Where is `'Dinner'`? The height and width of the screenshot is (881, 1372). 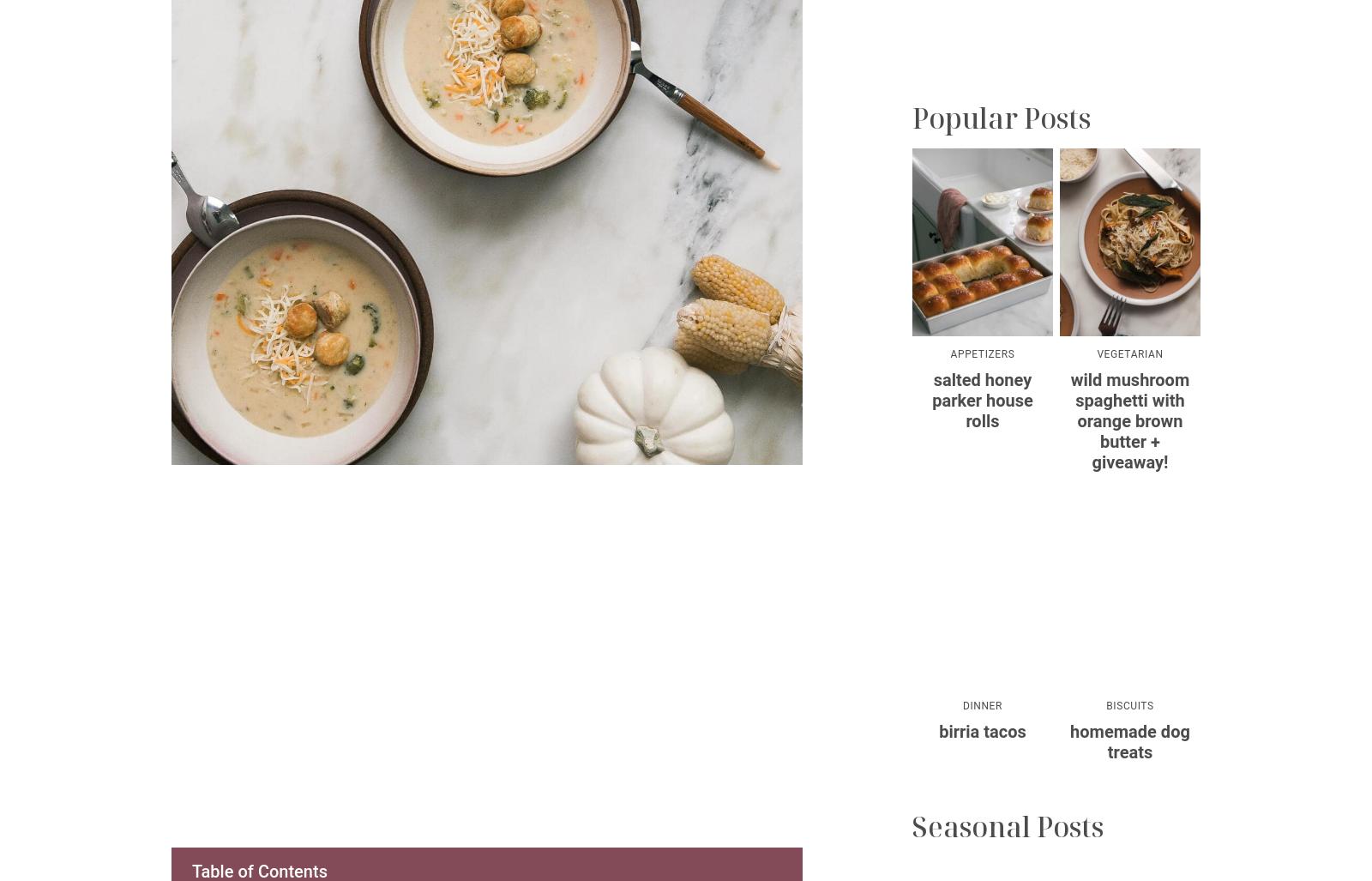
'Dinner' is located at coordinates (982, 705).